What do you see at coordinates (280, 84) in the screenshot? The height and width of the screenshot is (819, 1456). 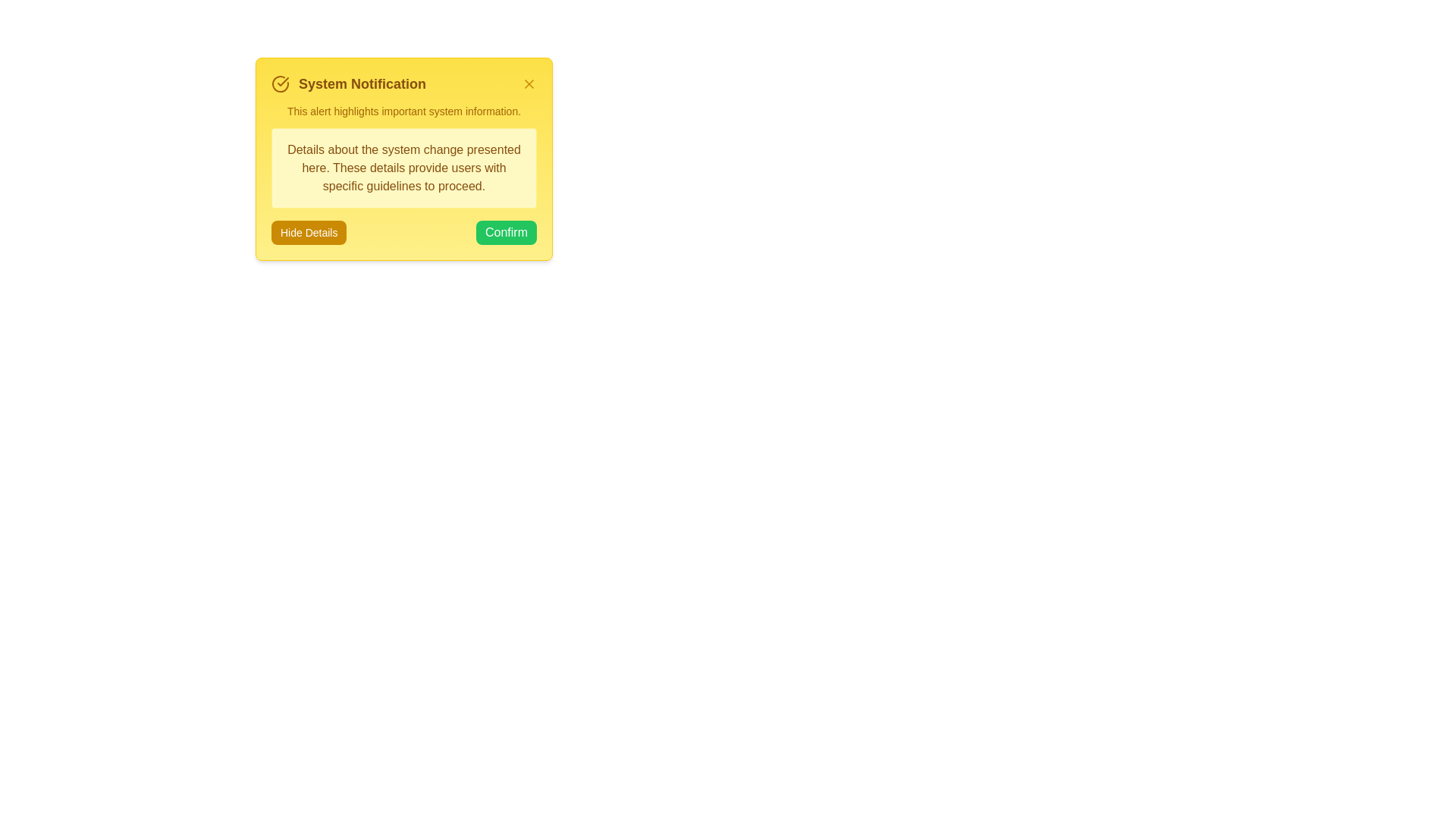 I see `the CheckCircle icon in the alert component` at bounding box center [280, 84].